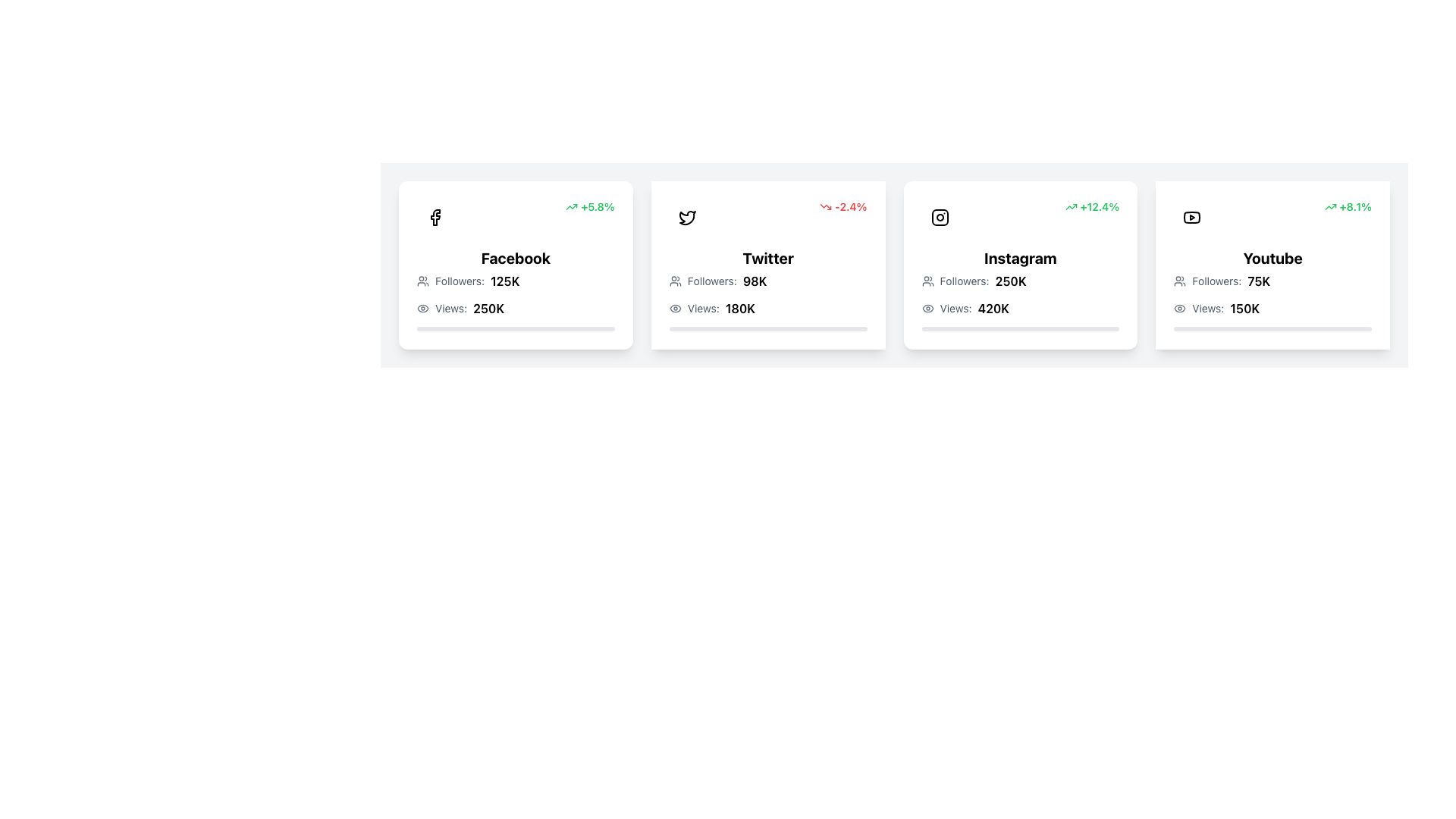 Image resolution: width=1456 pixels, height=819 pixels. Describe the element at coordinates (825, 207) in the screenshot. I see `trend value associated with the downward pointing red arrow icon located in the top-right portion of the Twitter card, next to the percentage value '-2.4%'` at that location.